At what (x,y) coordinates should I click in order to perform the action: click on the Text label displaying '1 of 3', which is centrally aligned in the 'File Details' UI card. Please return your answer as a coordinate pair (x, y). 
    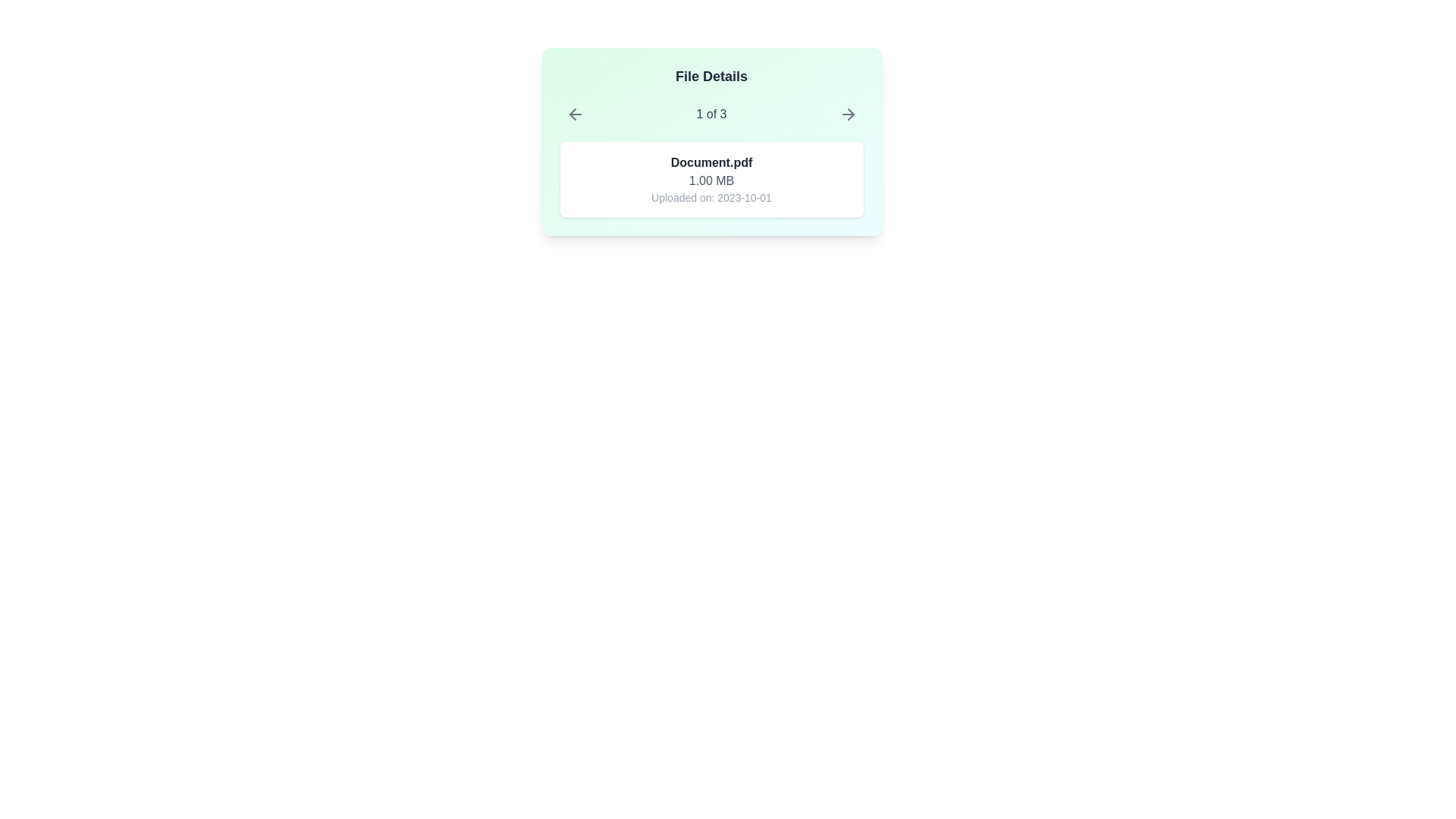
    Looking at the image, I should click on (711, 113).